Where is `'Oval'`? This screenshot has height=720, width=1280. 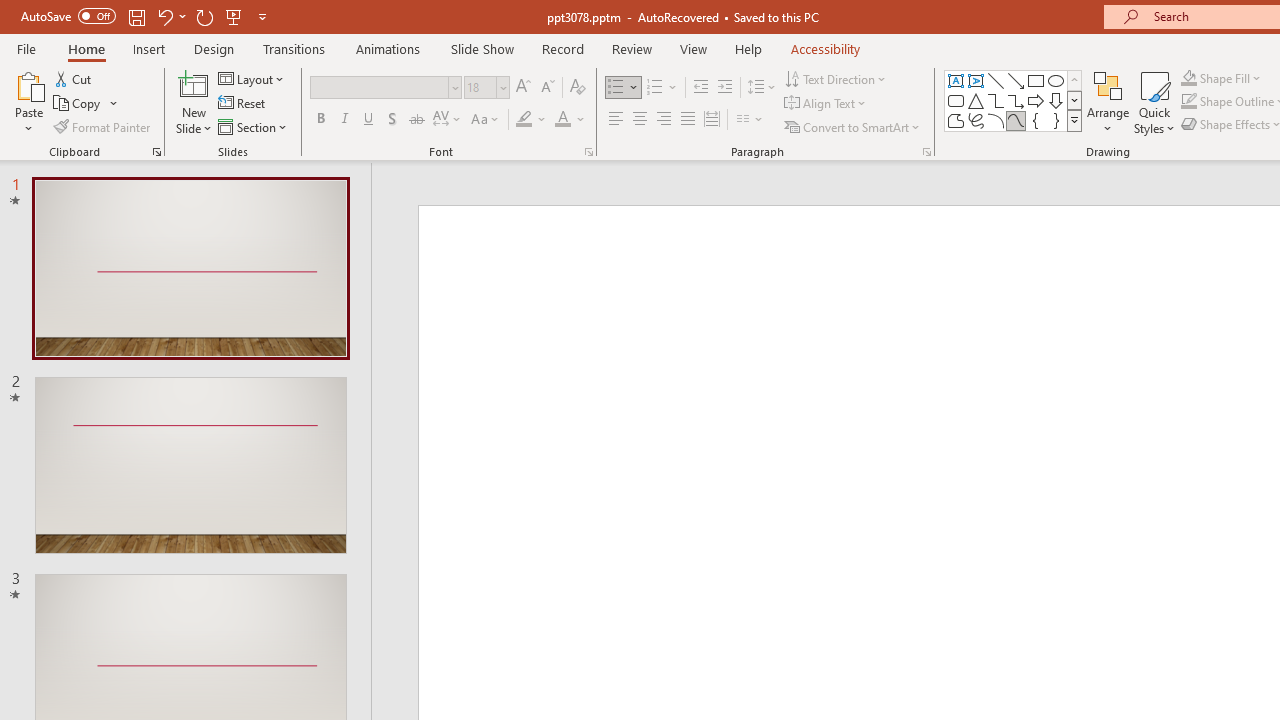
'Oval' is located at coordinates (1055, 80).